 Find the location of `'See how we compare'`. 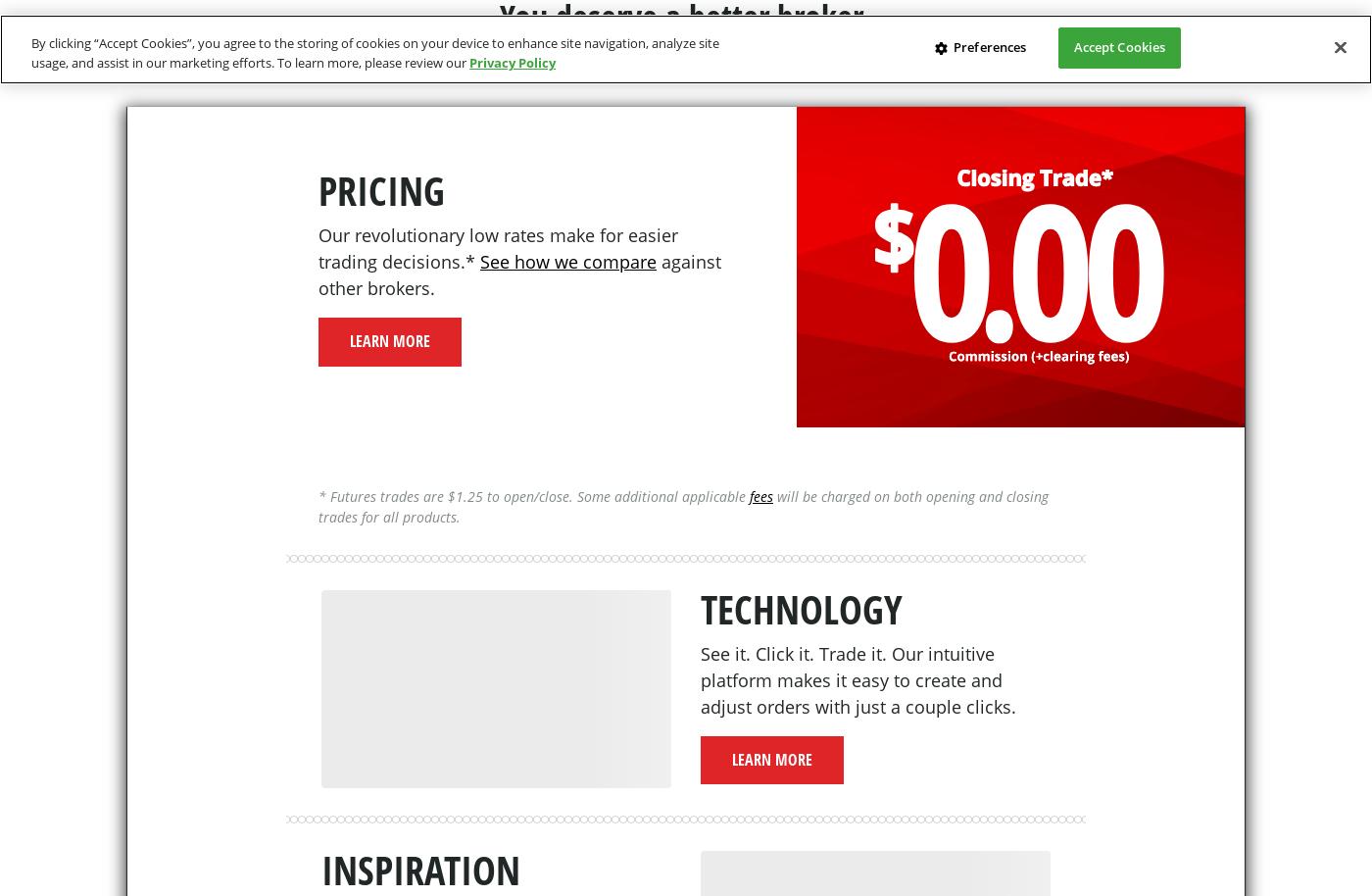

'See how we compare' is located at coordinates (479, 260).